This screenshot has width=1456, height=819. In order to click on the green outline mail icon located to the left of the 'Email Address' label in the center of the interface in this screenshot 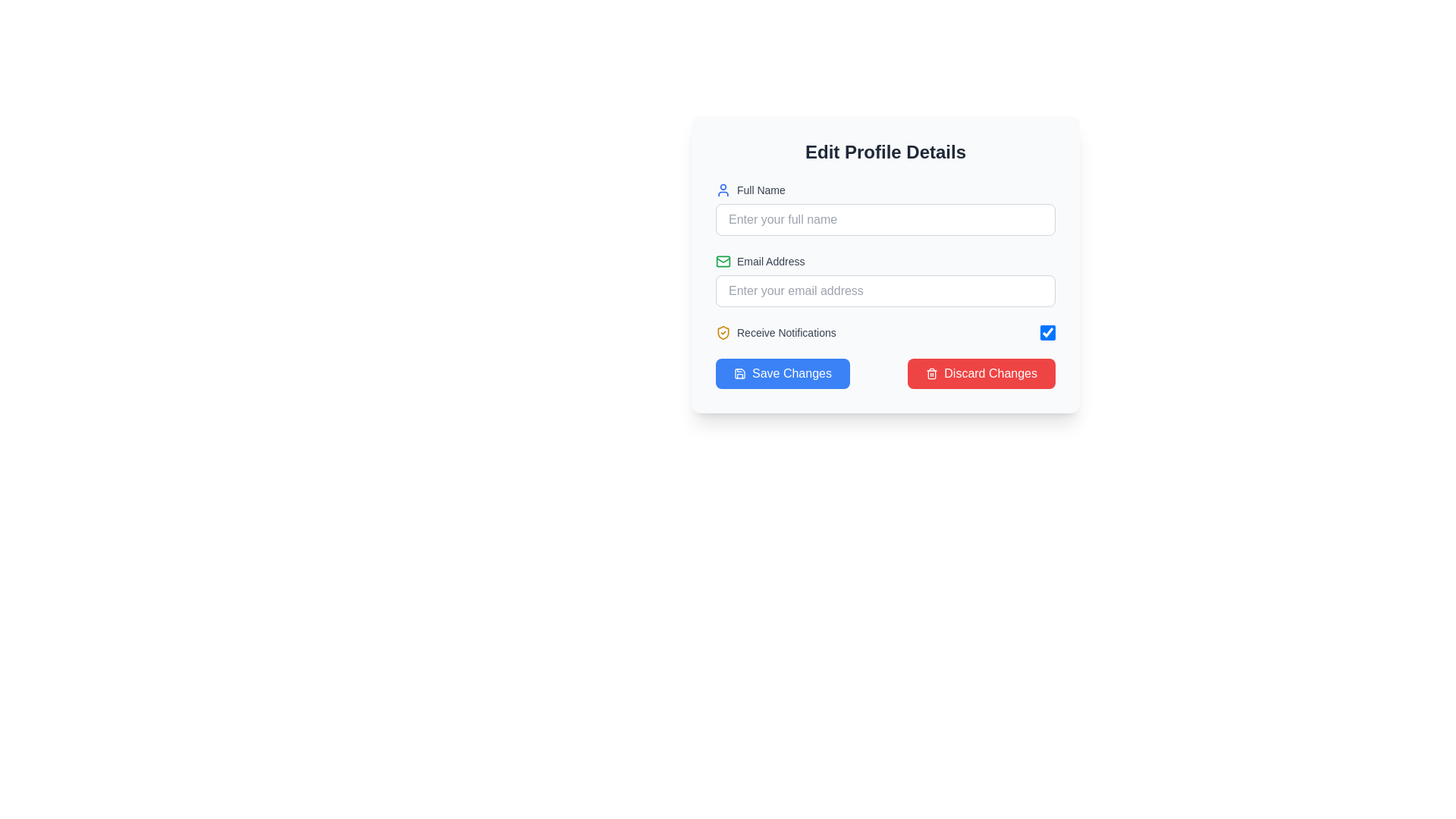, I will do `click(723, 260)`.